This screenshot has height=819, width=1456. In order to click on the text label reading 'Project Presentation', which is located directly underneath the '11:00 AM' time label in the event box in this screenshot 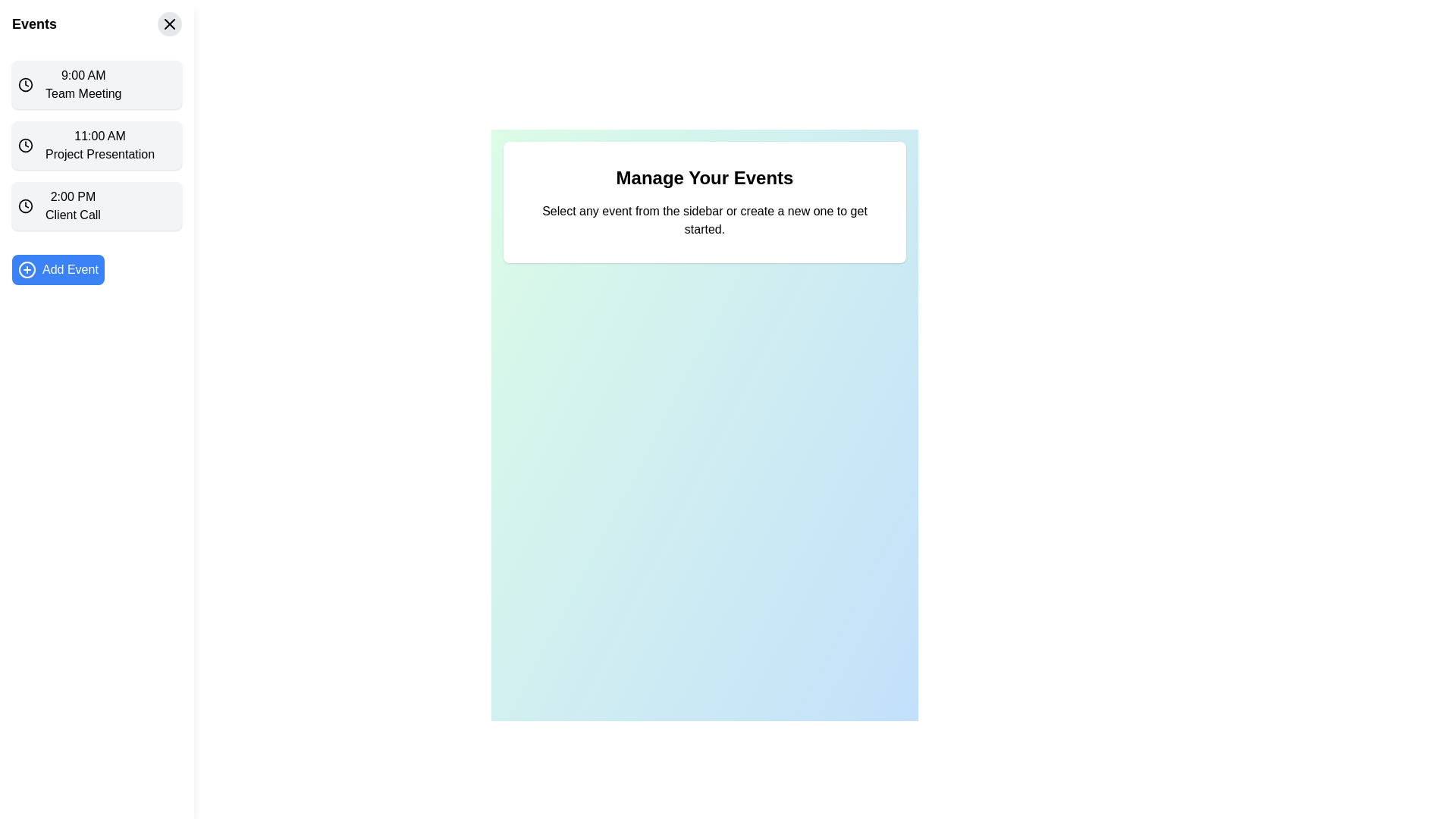, I will do `click(99, 155)`.